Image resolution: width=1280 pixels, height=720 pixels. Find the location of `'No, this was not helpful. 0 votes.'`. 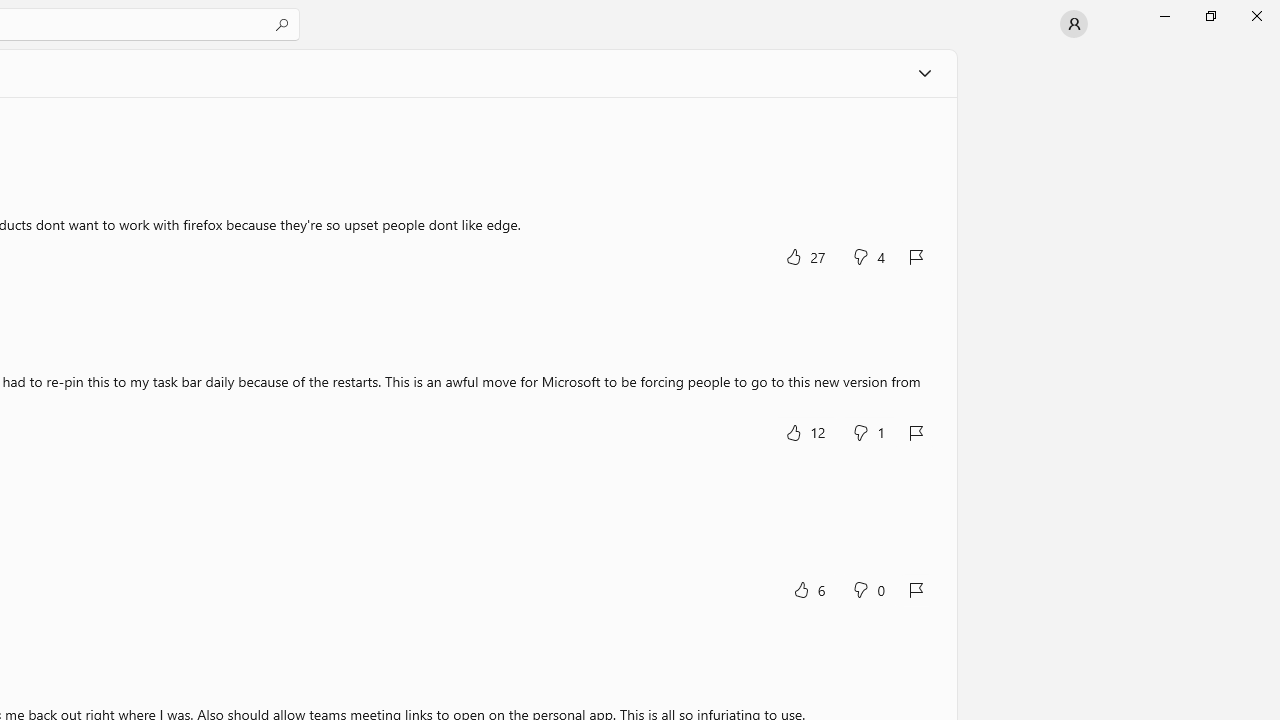

'No, this was not helpful. 0 votes.' is located at coordinates (868, 588).